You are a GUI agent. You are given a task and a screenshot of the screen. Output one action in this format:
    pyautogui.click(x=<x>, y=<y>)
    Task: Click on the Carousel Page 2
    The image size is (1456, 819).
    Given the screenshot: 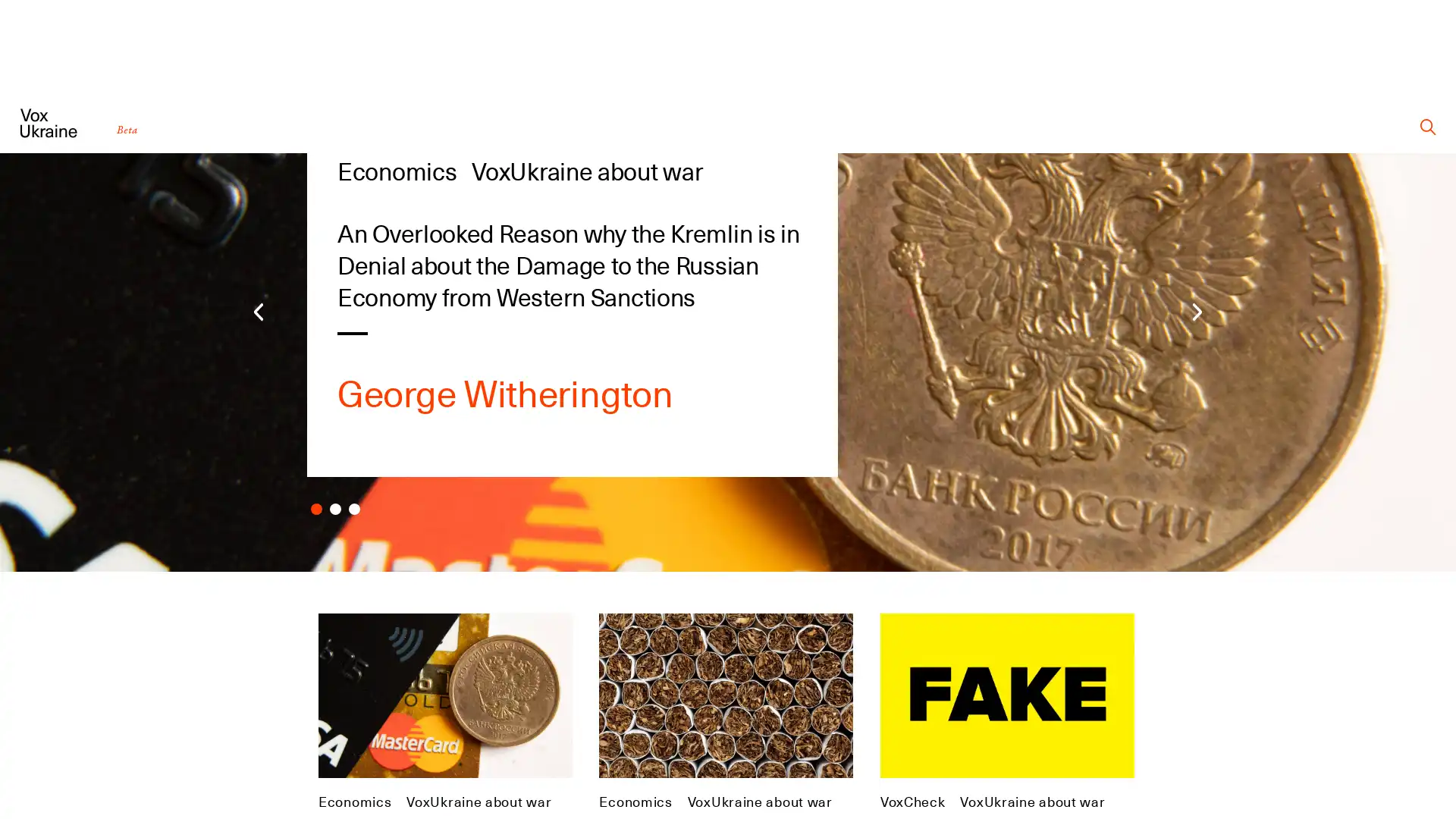 What is the action you would take?
    pyautogui.click(x=334, y=610)
    